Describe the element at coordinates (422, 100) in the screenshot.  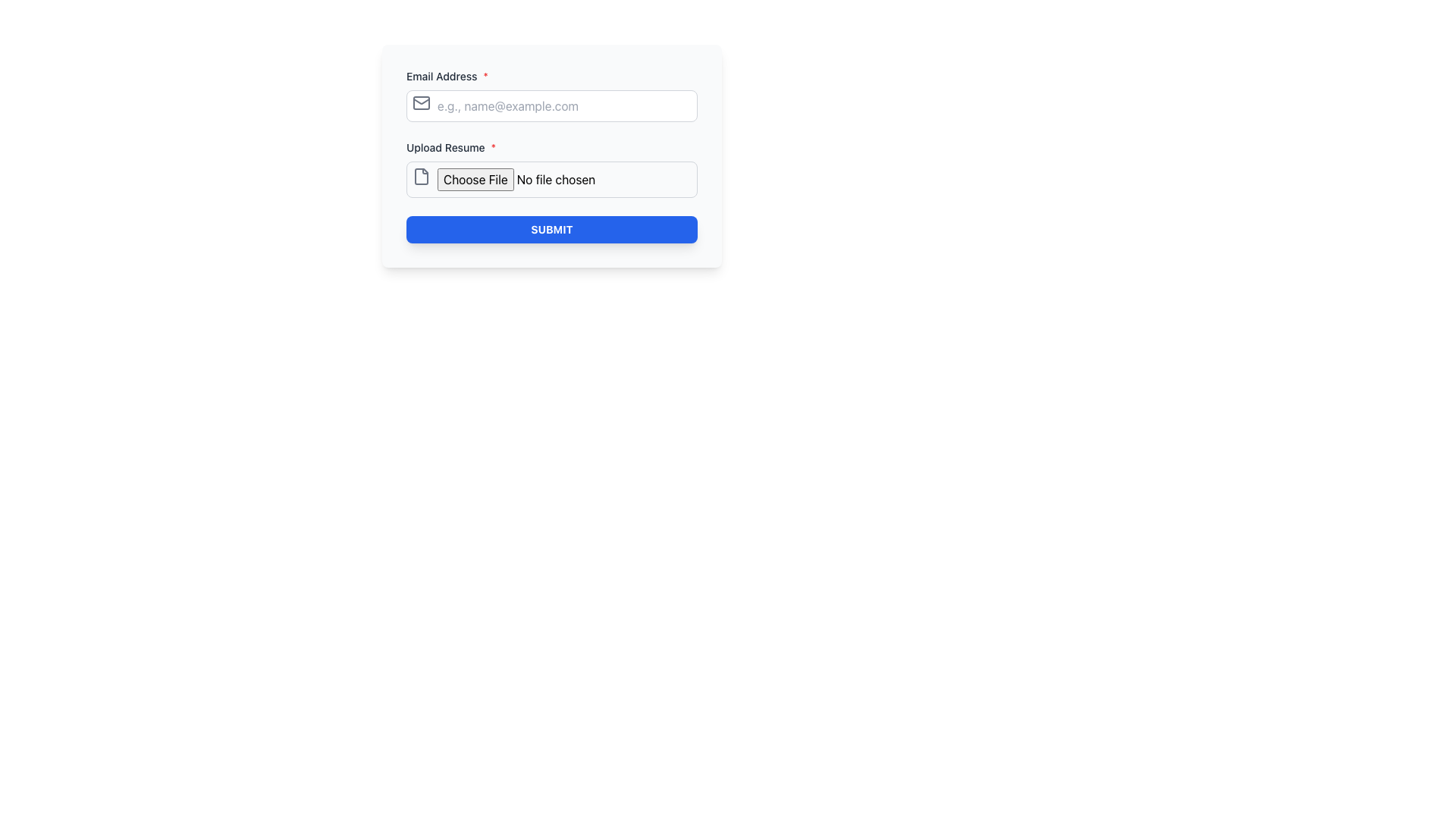
I see `the envelope icon located to the left of the 'Email Address' input field, which serves as a visual representation of email context` at that location.